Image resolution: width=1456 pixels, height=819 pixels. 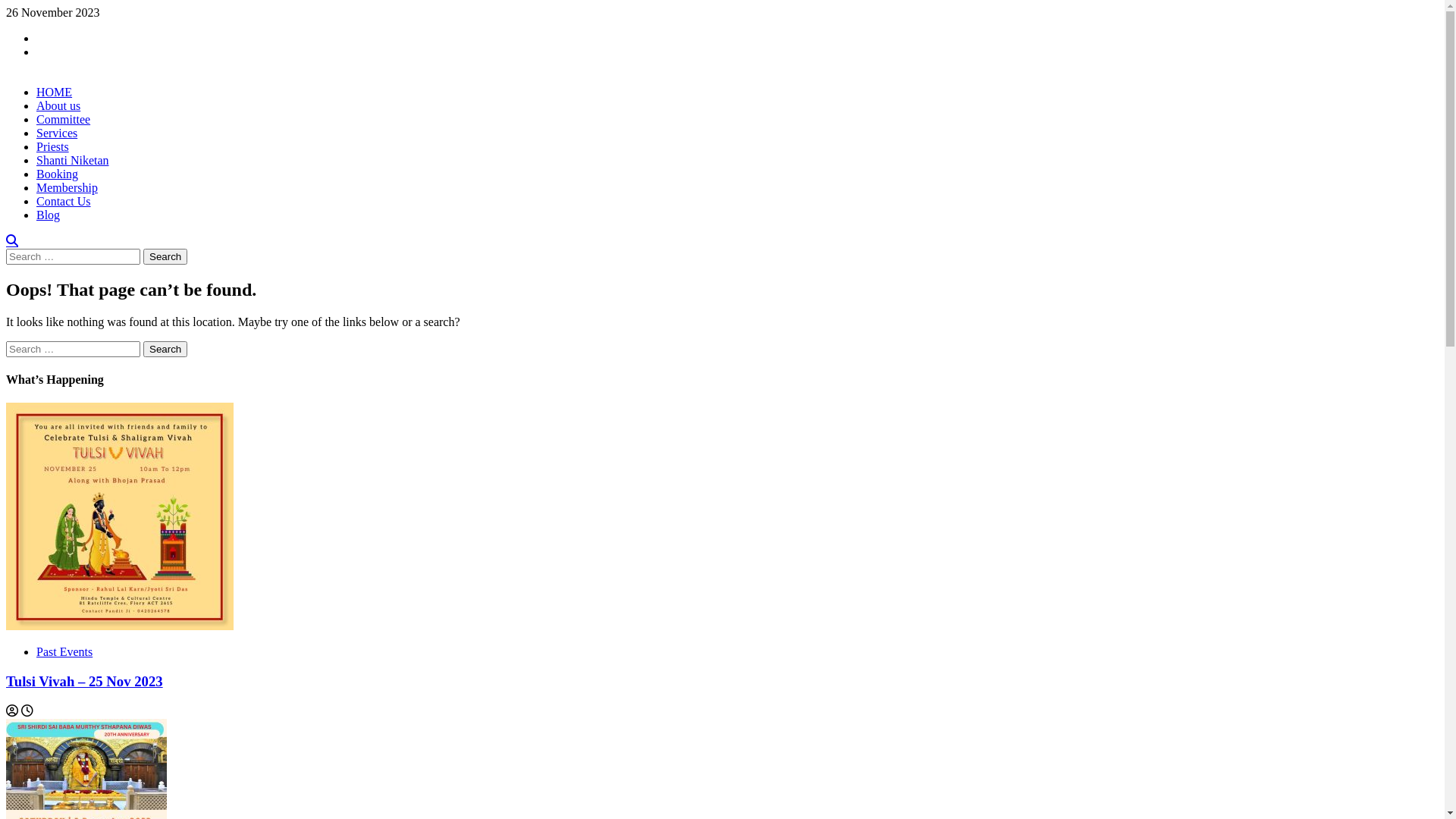 What do you see at coordinates (72, 160) in the screenshot?
I see `'Shanti Niketan'` at bounding box center [72, 160].